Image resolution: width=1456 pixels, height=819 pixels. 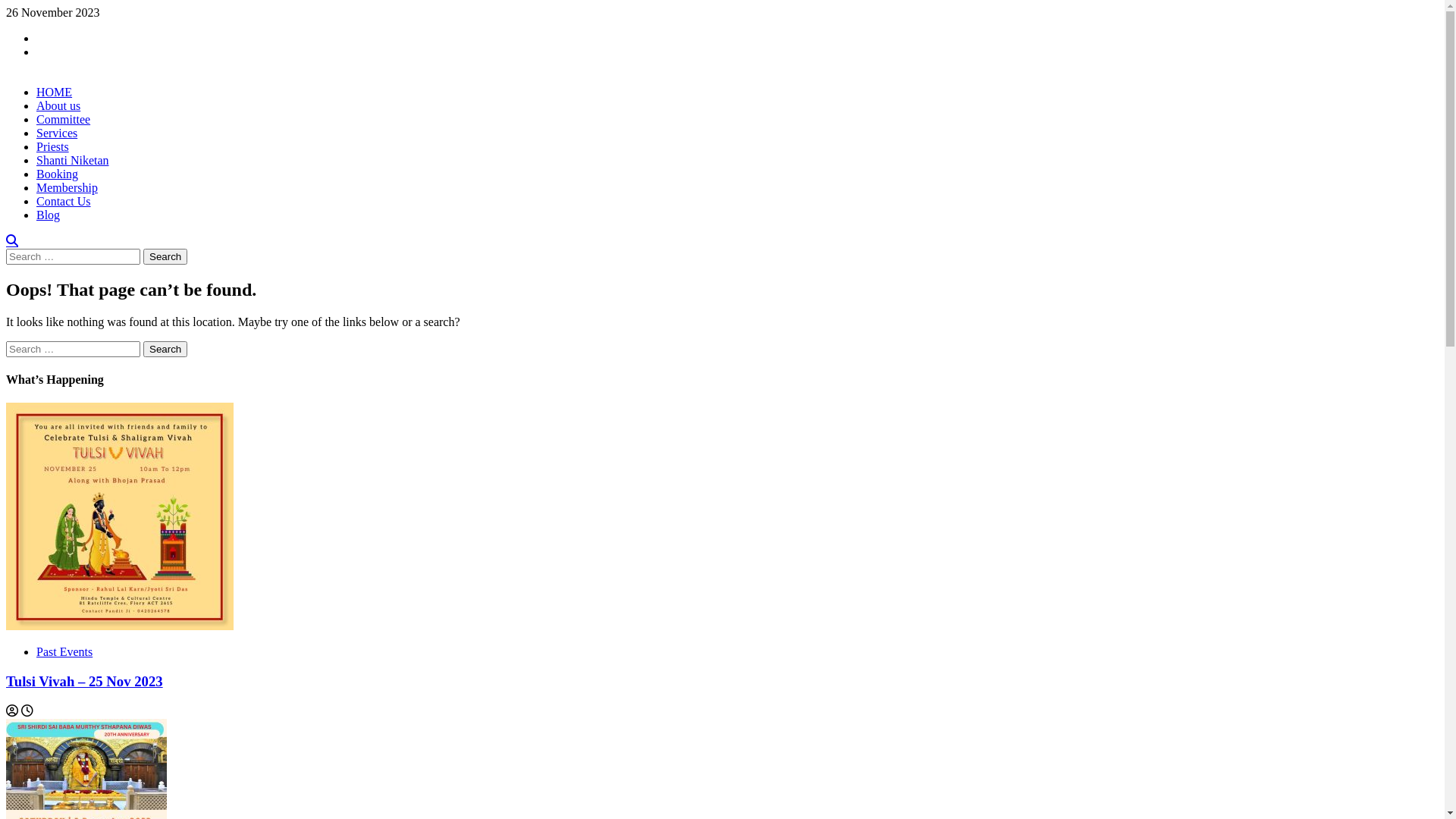 What do you see at coordinates (72, 160) in the screenshot?
I see `'Shanti Niketan'` at bounding box center [72, 160].